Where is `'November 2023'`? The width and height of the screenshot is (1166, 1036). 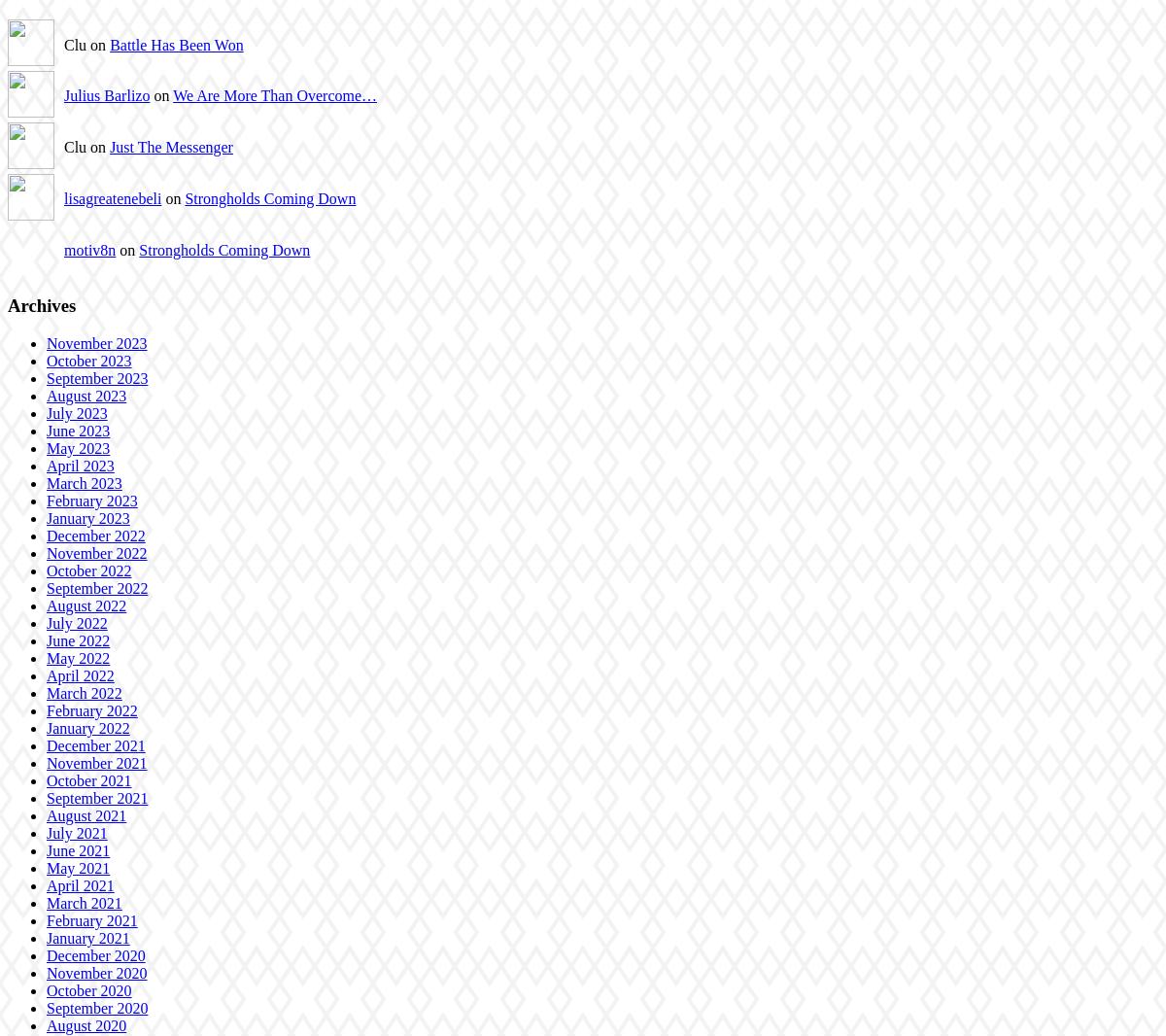 'November 2023' is located at coordinates (96, 342).